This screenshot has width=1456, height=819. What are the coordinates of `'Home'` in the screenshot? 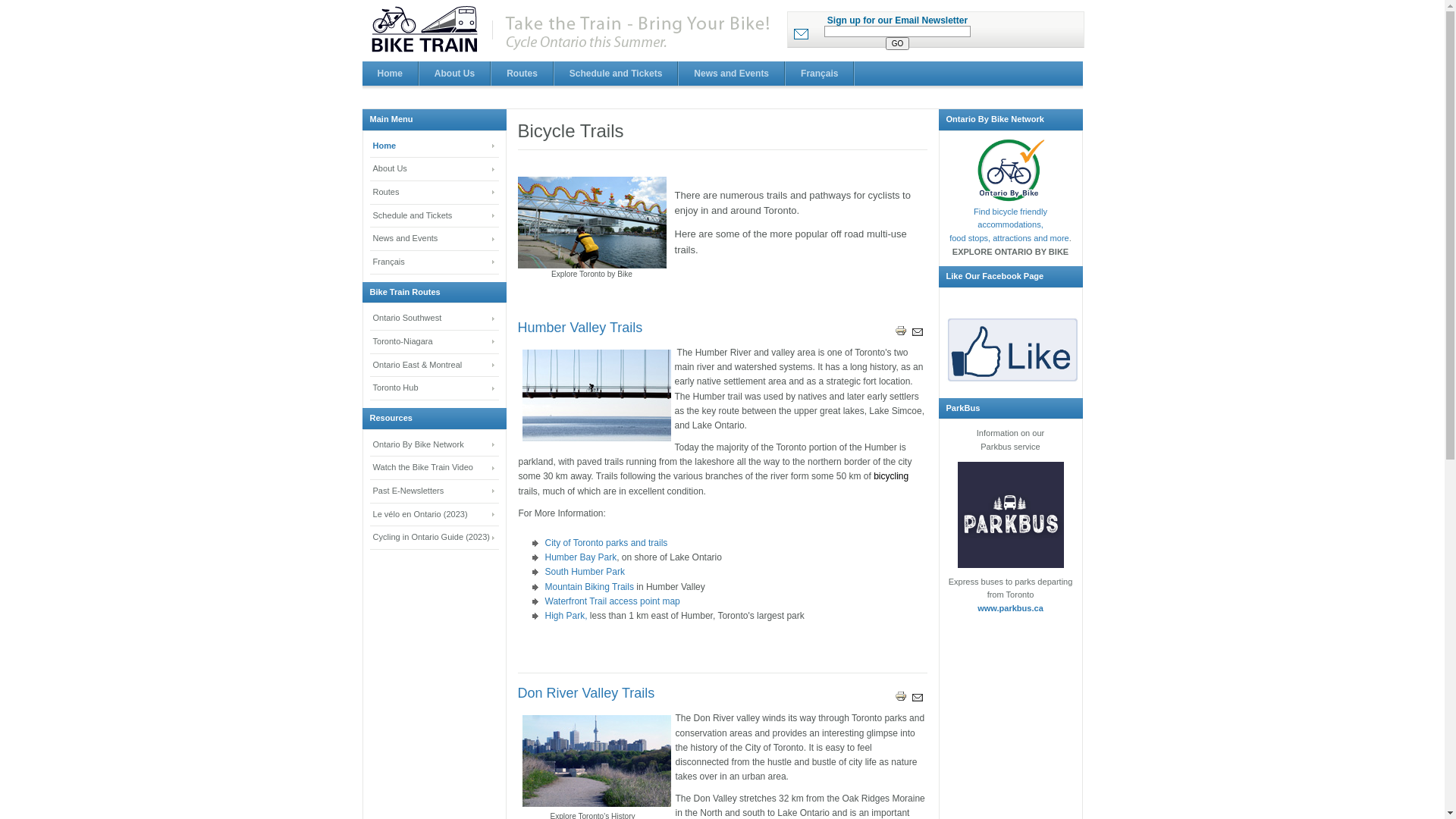 It's located at (433, 146).